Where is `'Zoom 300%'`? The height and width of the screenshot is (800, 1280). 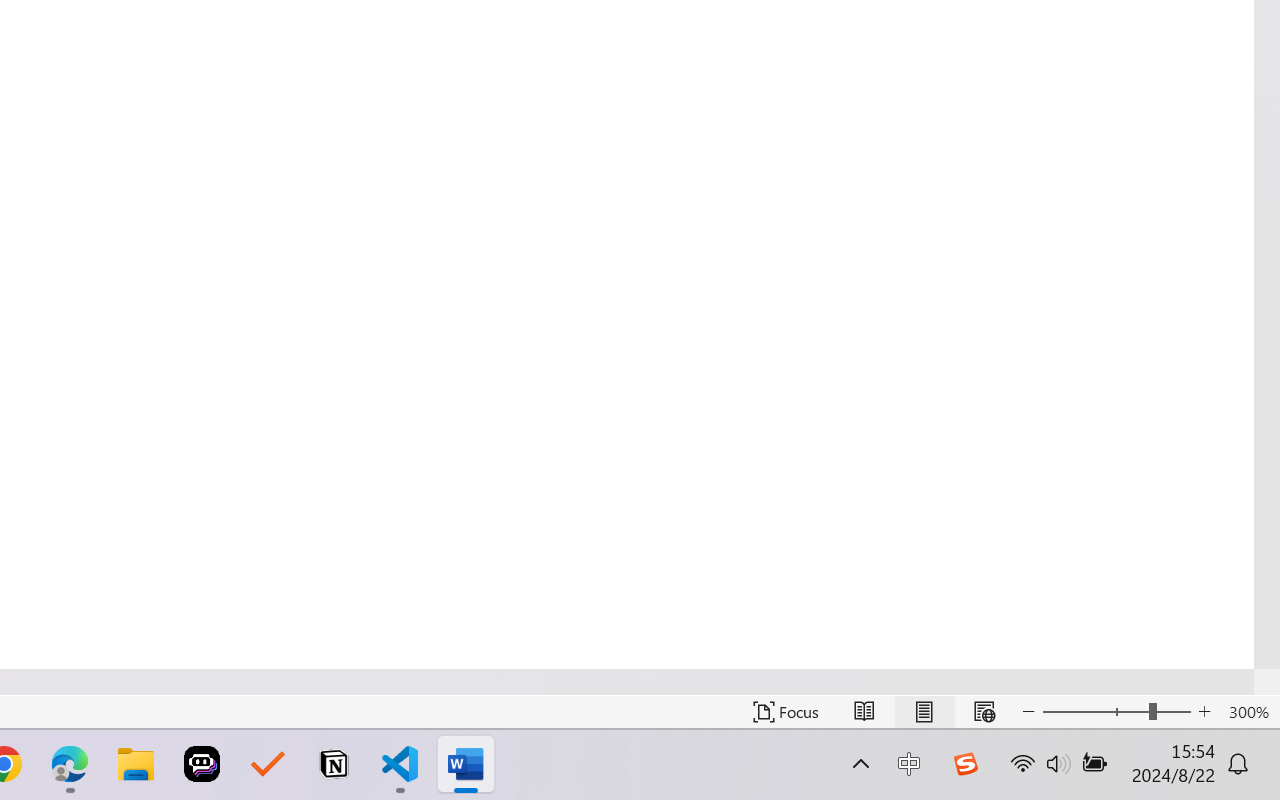
'Zoom 300%' is located at coordinates (1248, 711).